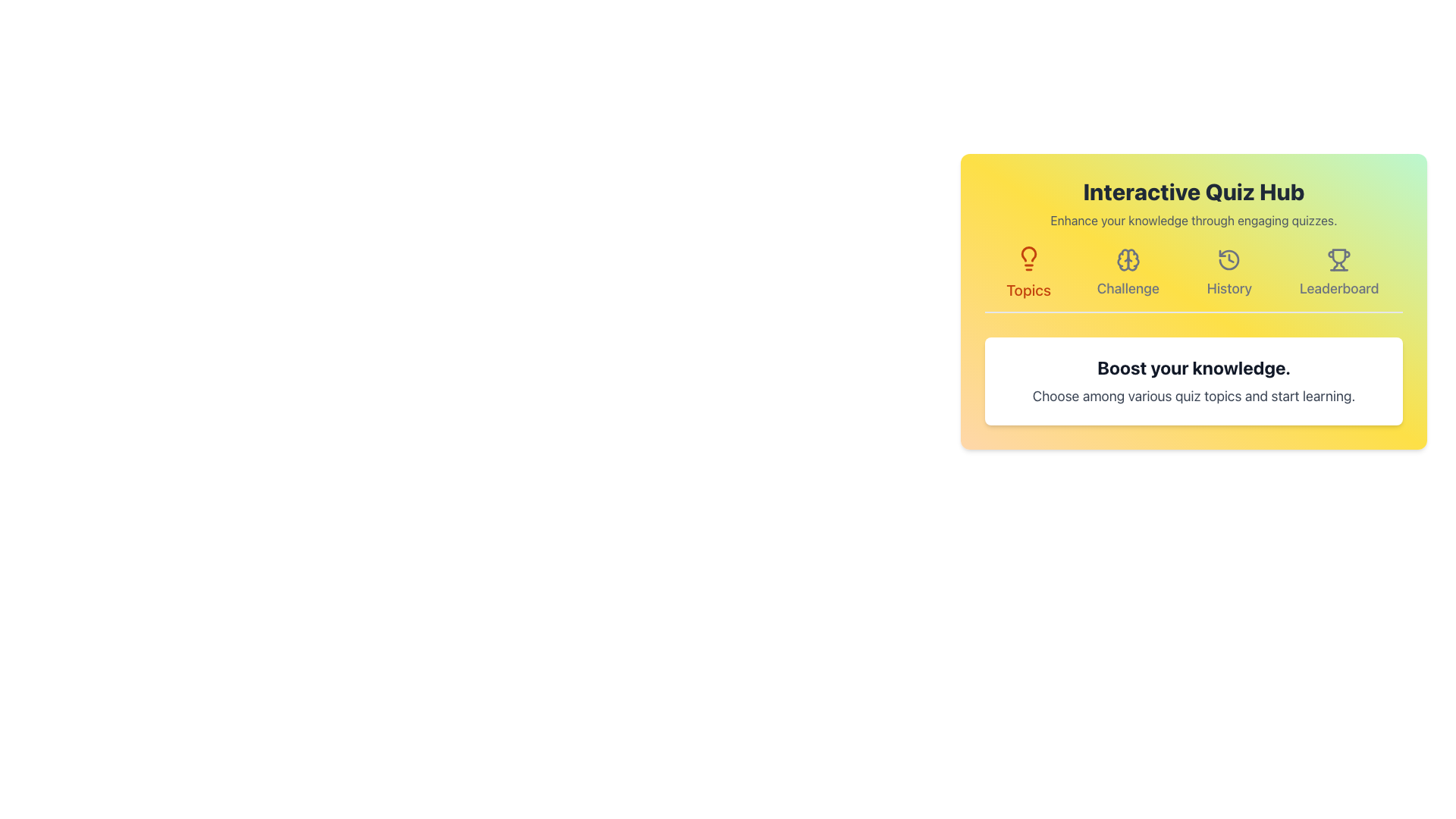 The width and height of the screenshot is (1456, 819). What do you see at coordinates (1229, 259) in the screenshot?
I see `the circular clock icon in the History section of the interactive quiz hub, which indicates a time-related function and is located third from the left in the top row of icons` at bounding box center [1229, 259].